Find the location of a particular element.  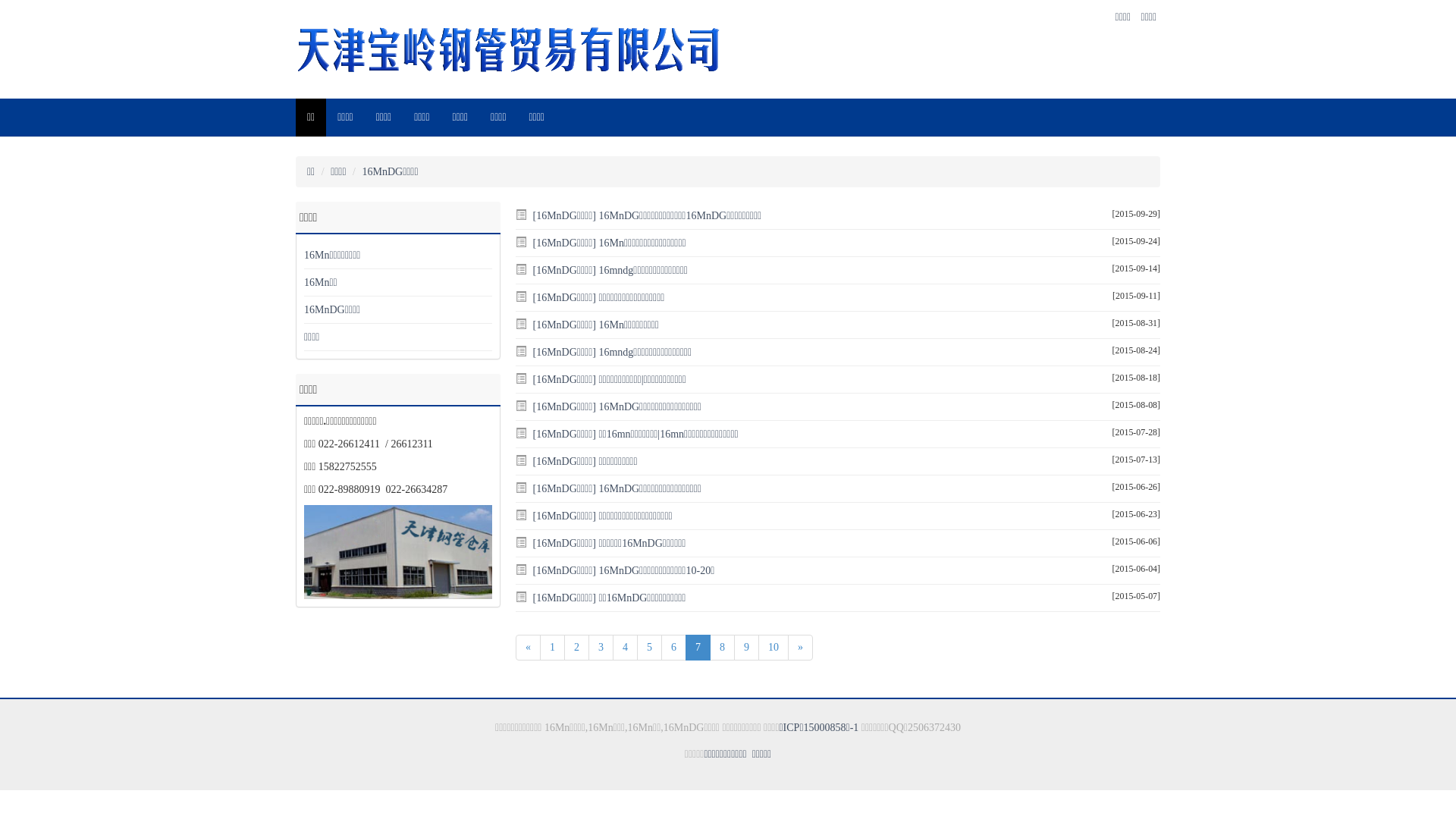

'1' is located at coordinates (539, 647).